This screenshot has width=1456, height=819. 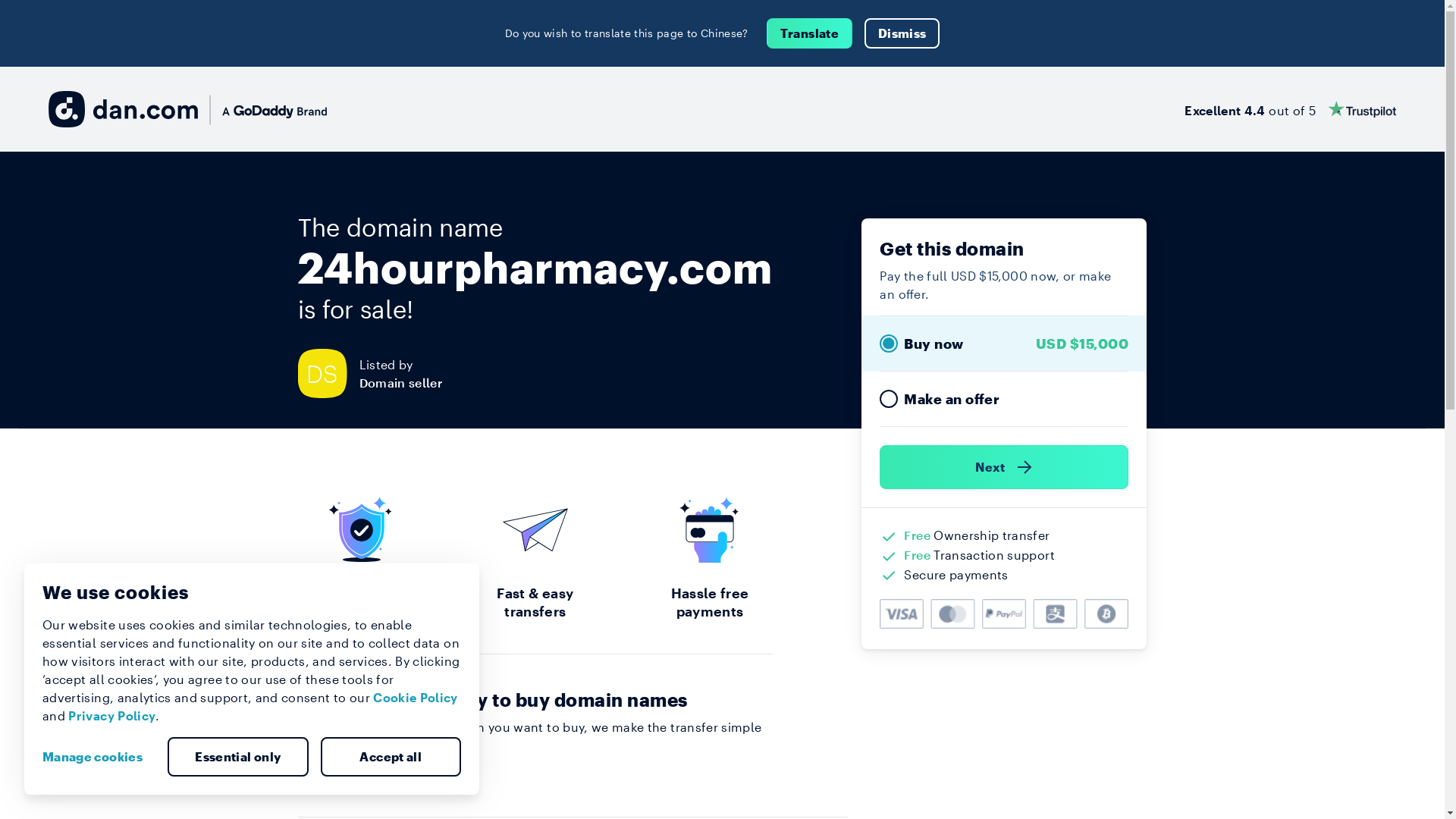 I want to click on 'Next, so click(x=1004, y=466).